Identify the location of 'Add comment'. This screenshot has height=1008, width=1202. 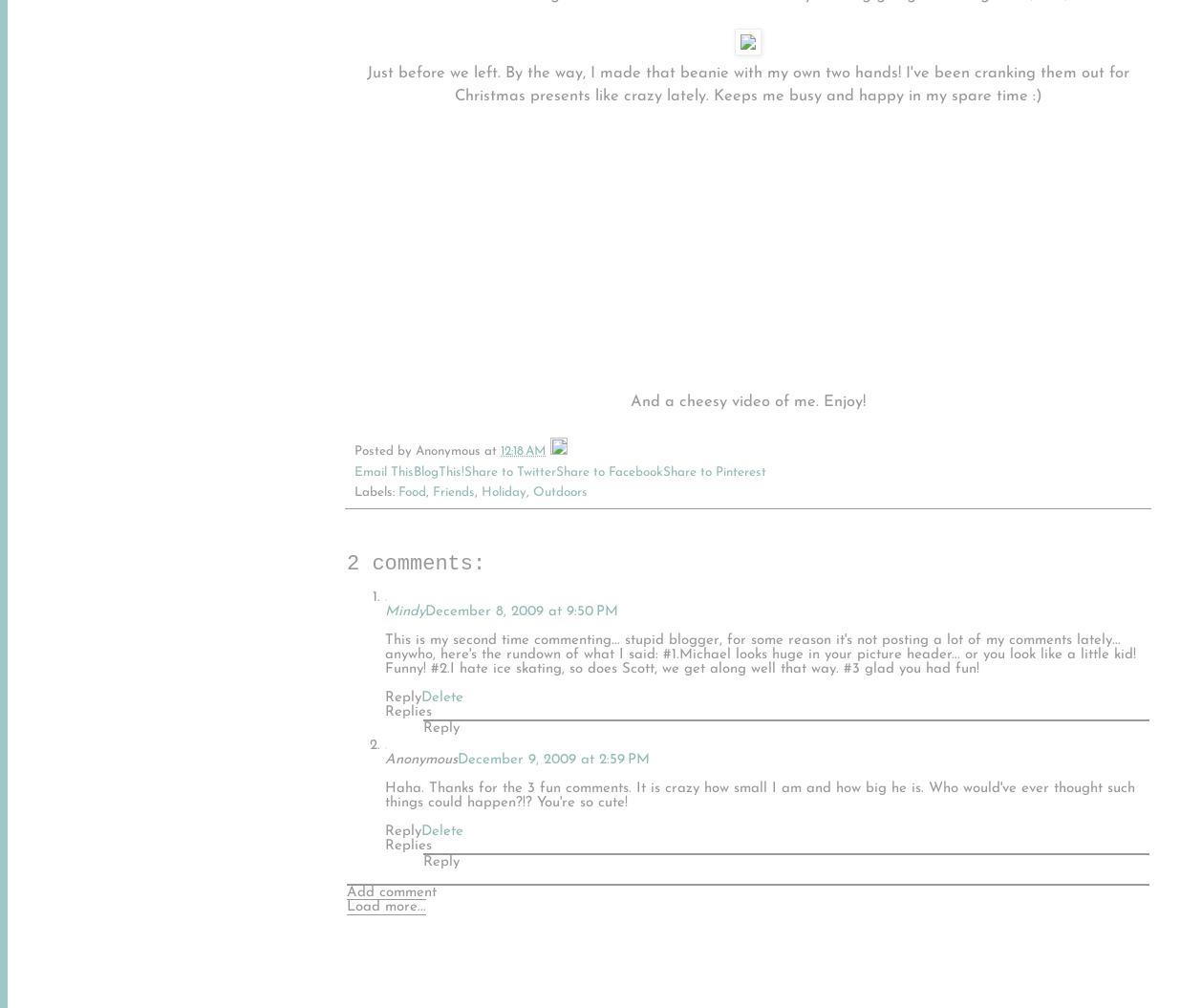
(390, 890).